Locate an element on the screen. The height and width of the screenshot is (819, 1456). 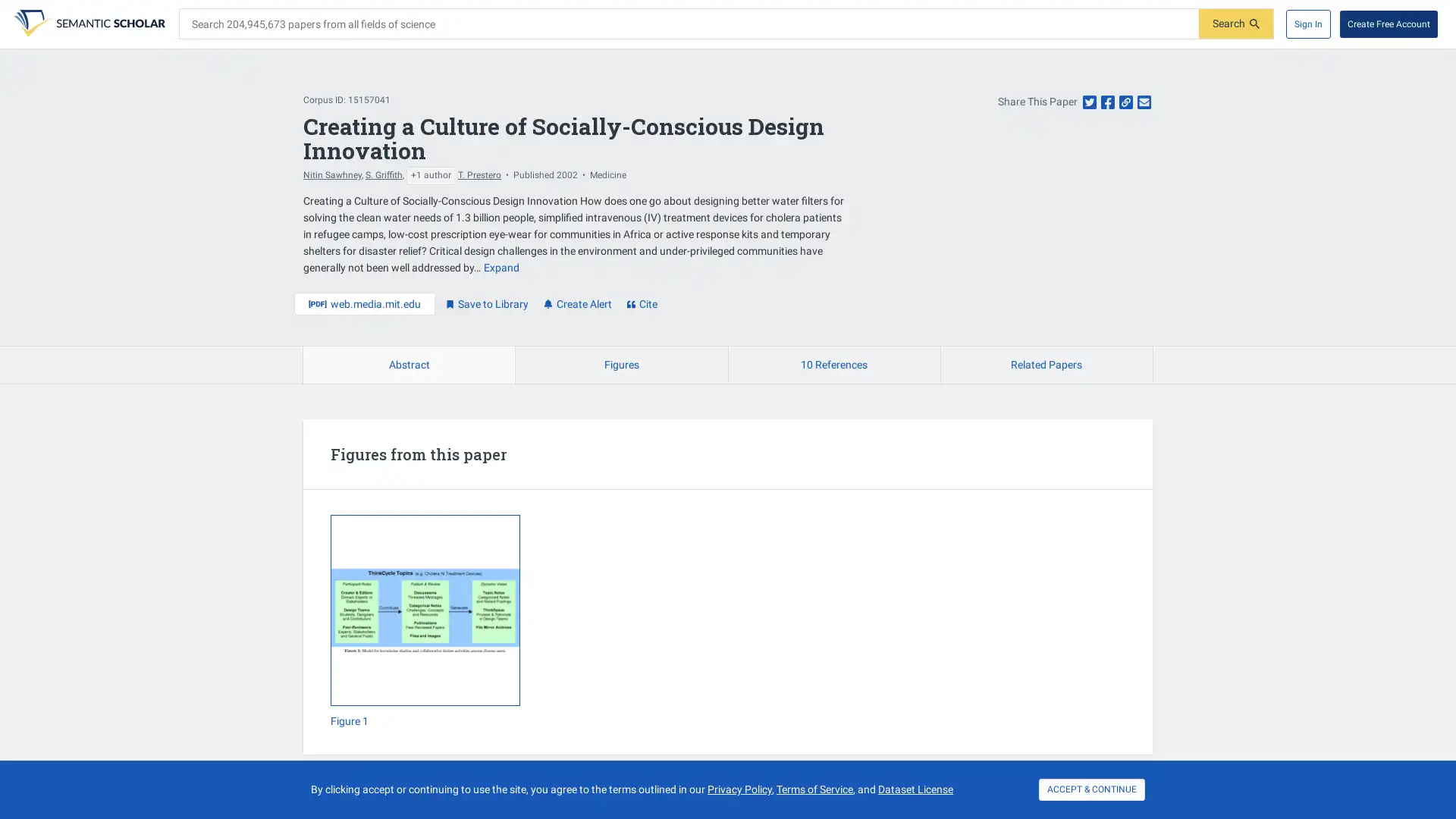
Cite is located at coordinates (642, 304).